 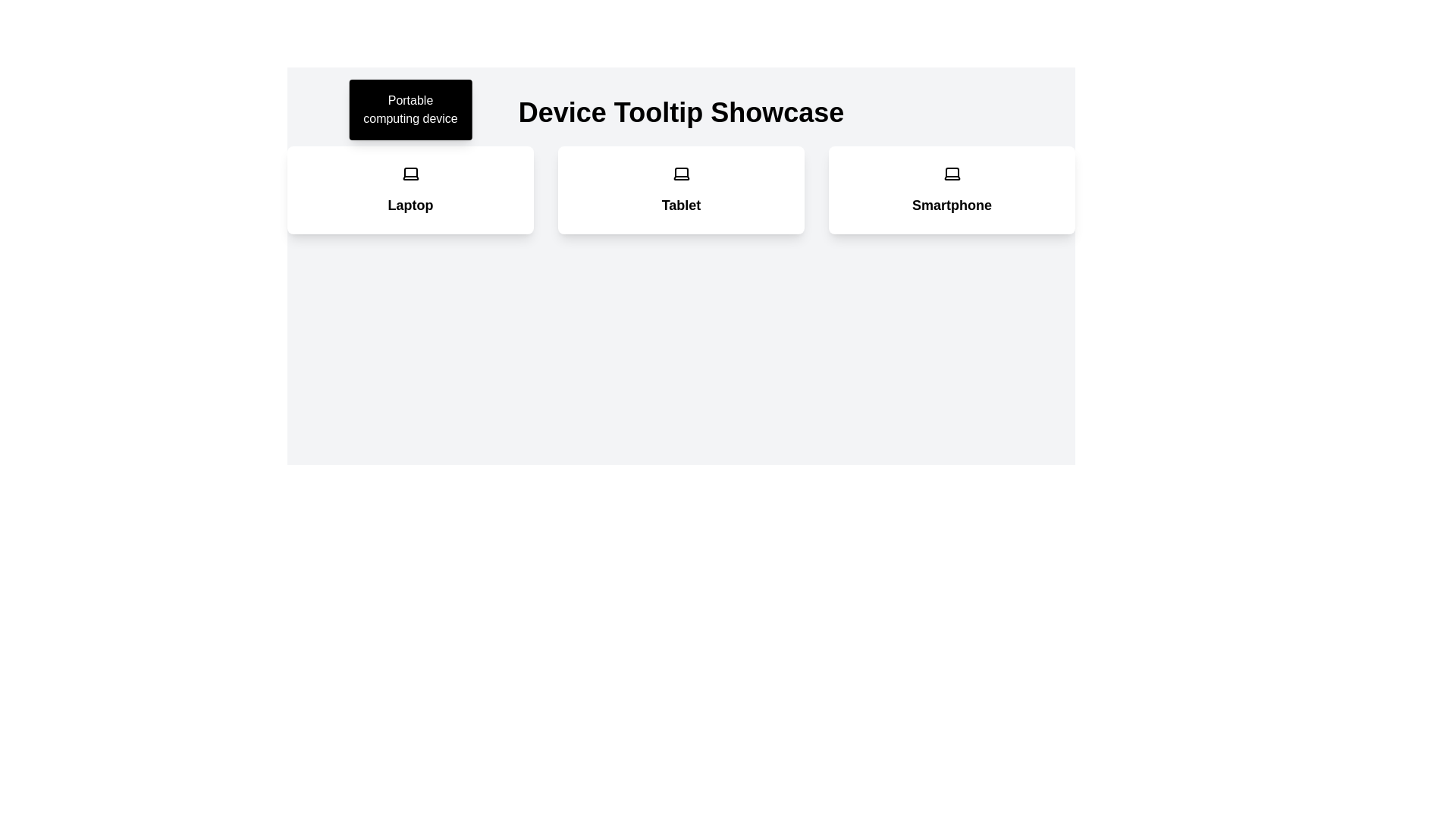 I want to click on the 'Laptop' text label, which is displayed in bold, large font as part of a card-like UI component located at the bottom of a rounded, shadowed card layout, so click(x=410, y=205).